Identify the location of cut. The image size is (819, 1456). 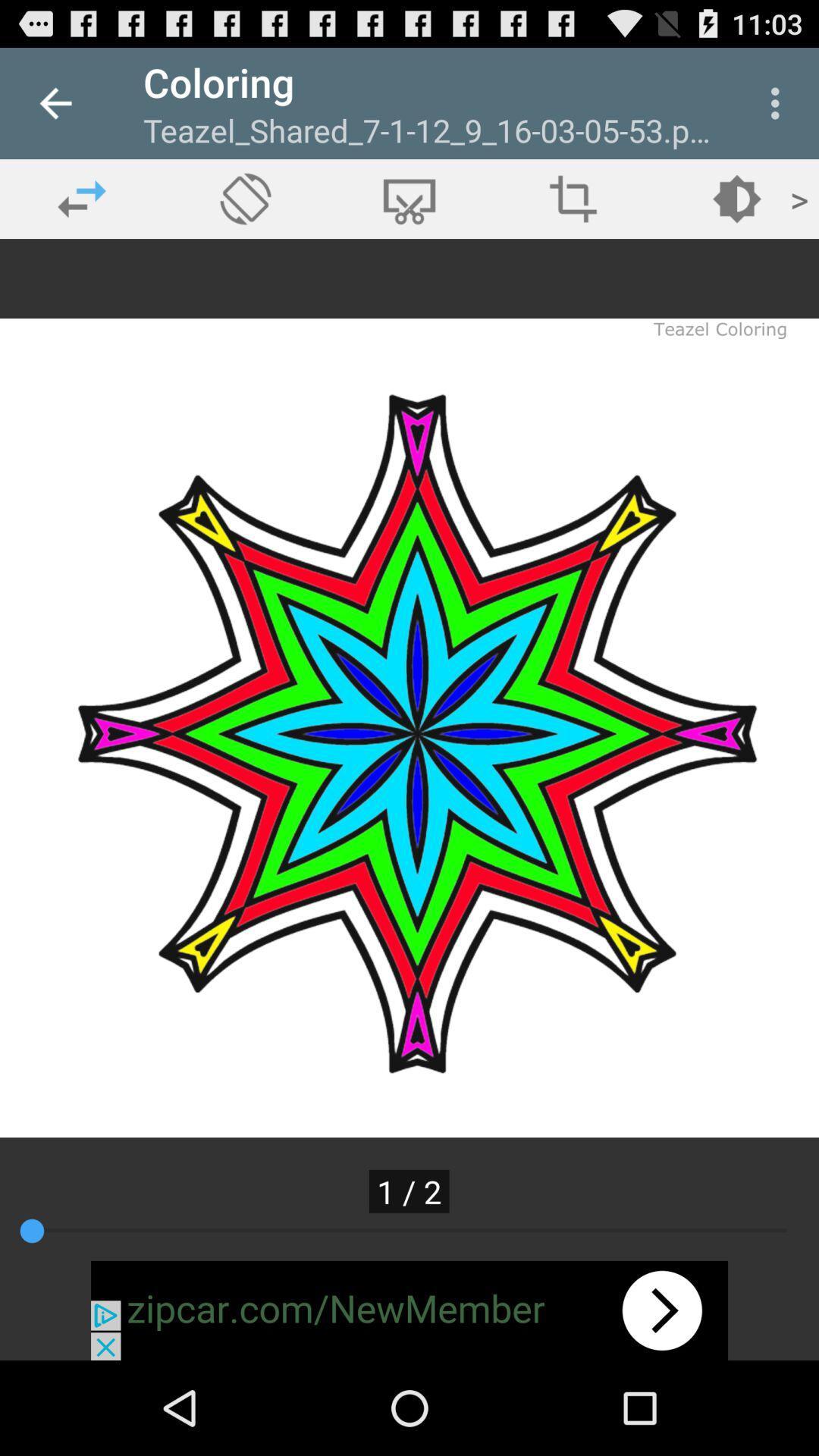
(409, 198).